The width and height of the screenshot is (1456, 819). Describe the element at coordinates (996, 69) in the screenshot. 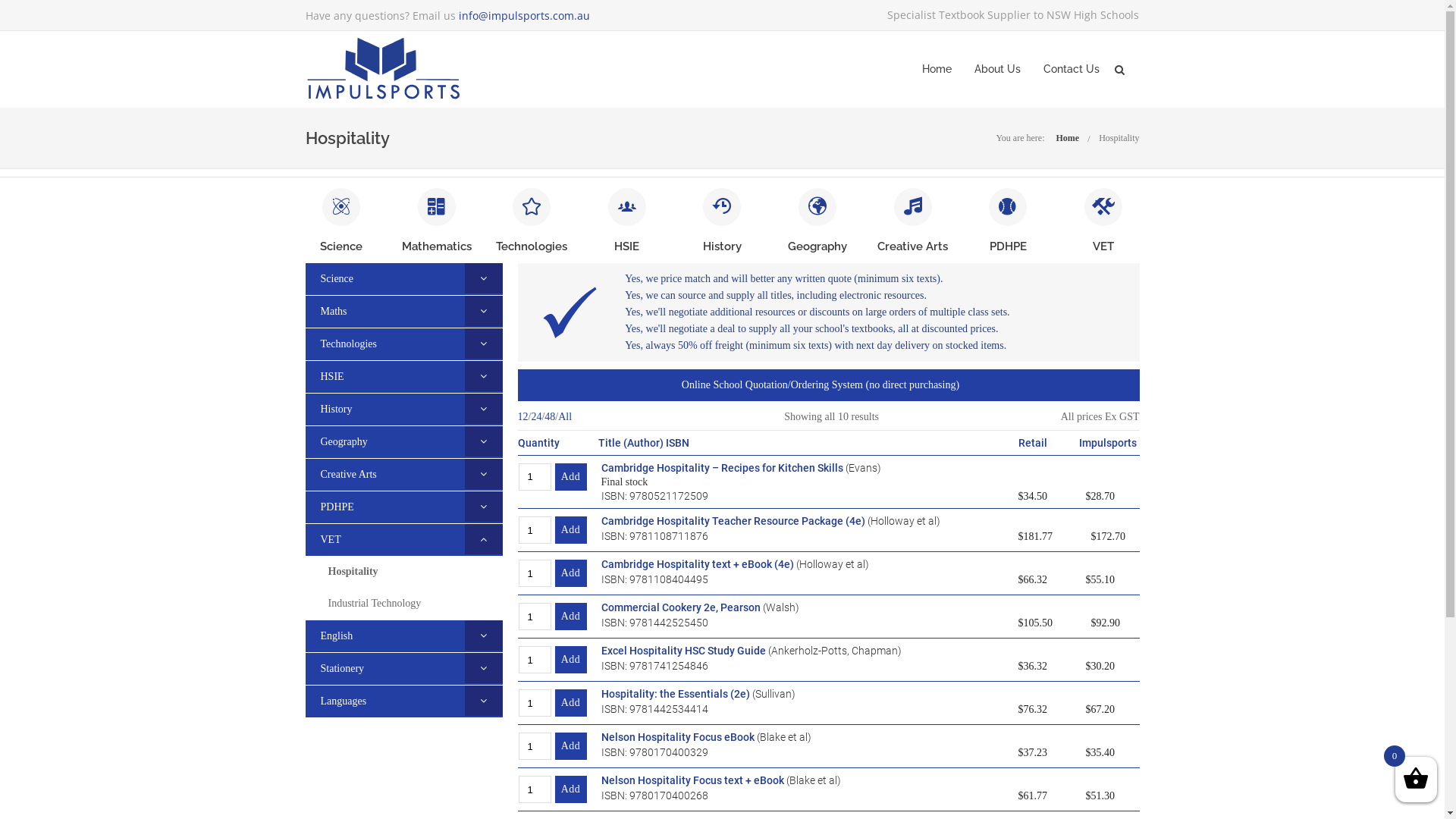

I see `'About Us'` at that location.